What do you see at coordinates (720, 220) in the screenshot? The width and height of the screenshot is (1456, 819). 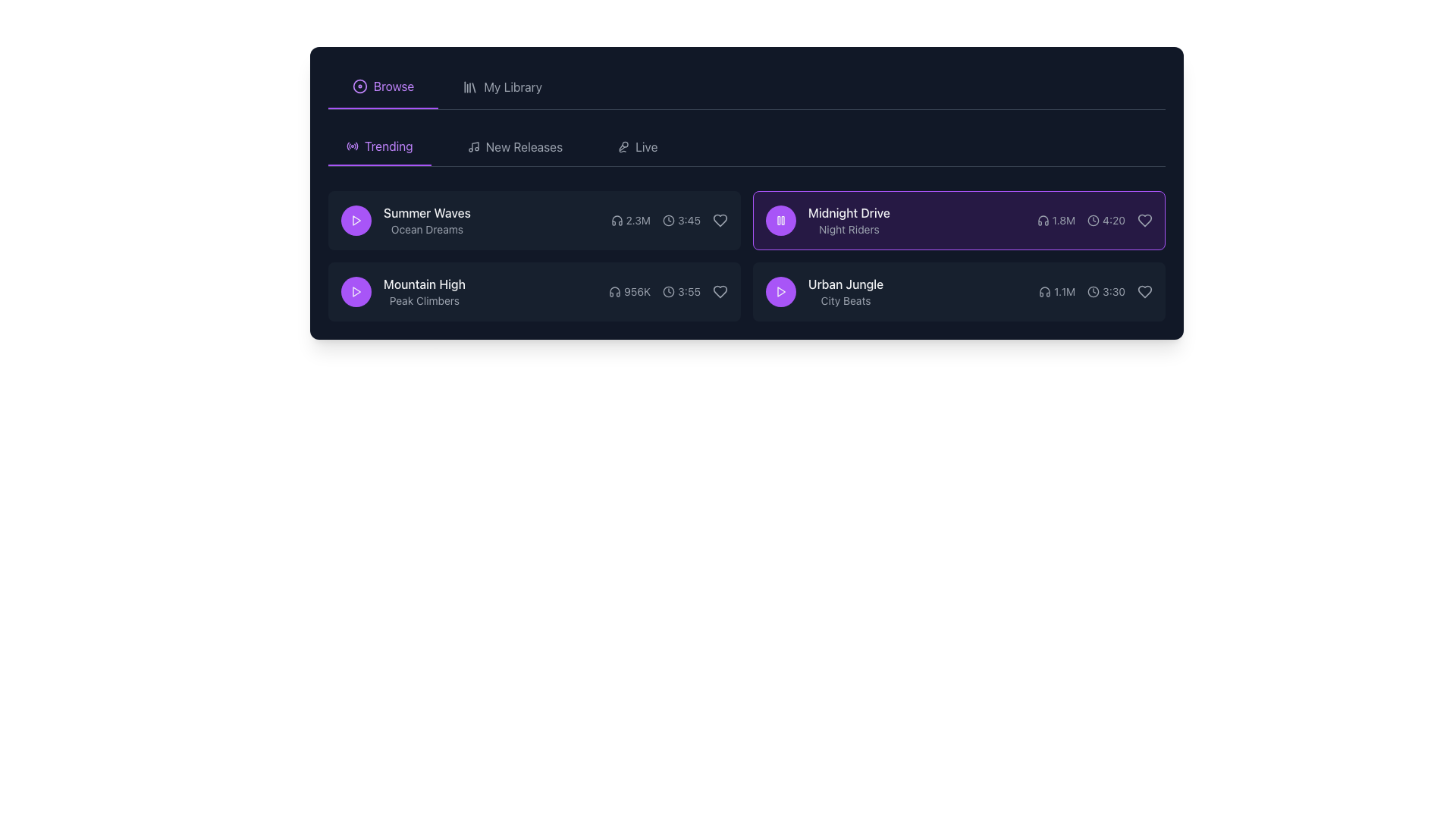 I see `the heart icon button at the far-right end of the row for the song 'Summer Waves' by 'Ocean Dreams'` at bounding box center [720, 220].